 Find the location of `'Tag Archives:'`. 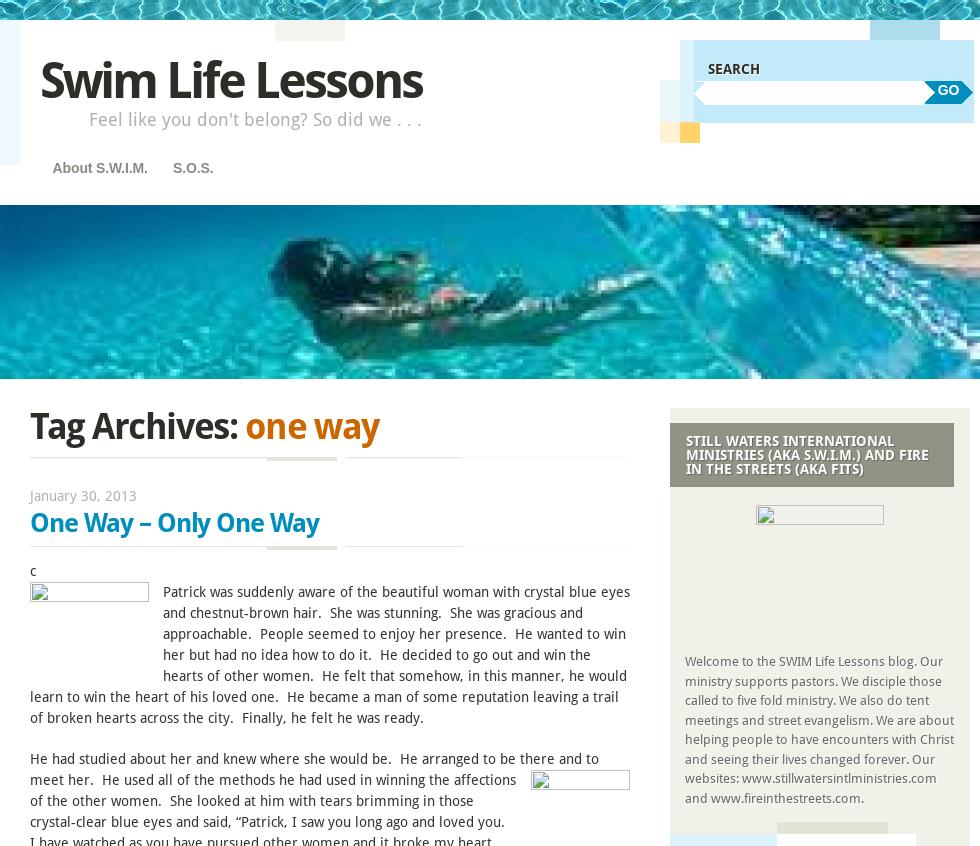

'Tag Archives:' is located at coordinates (137, 425).